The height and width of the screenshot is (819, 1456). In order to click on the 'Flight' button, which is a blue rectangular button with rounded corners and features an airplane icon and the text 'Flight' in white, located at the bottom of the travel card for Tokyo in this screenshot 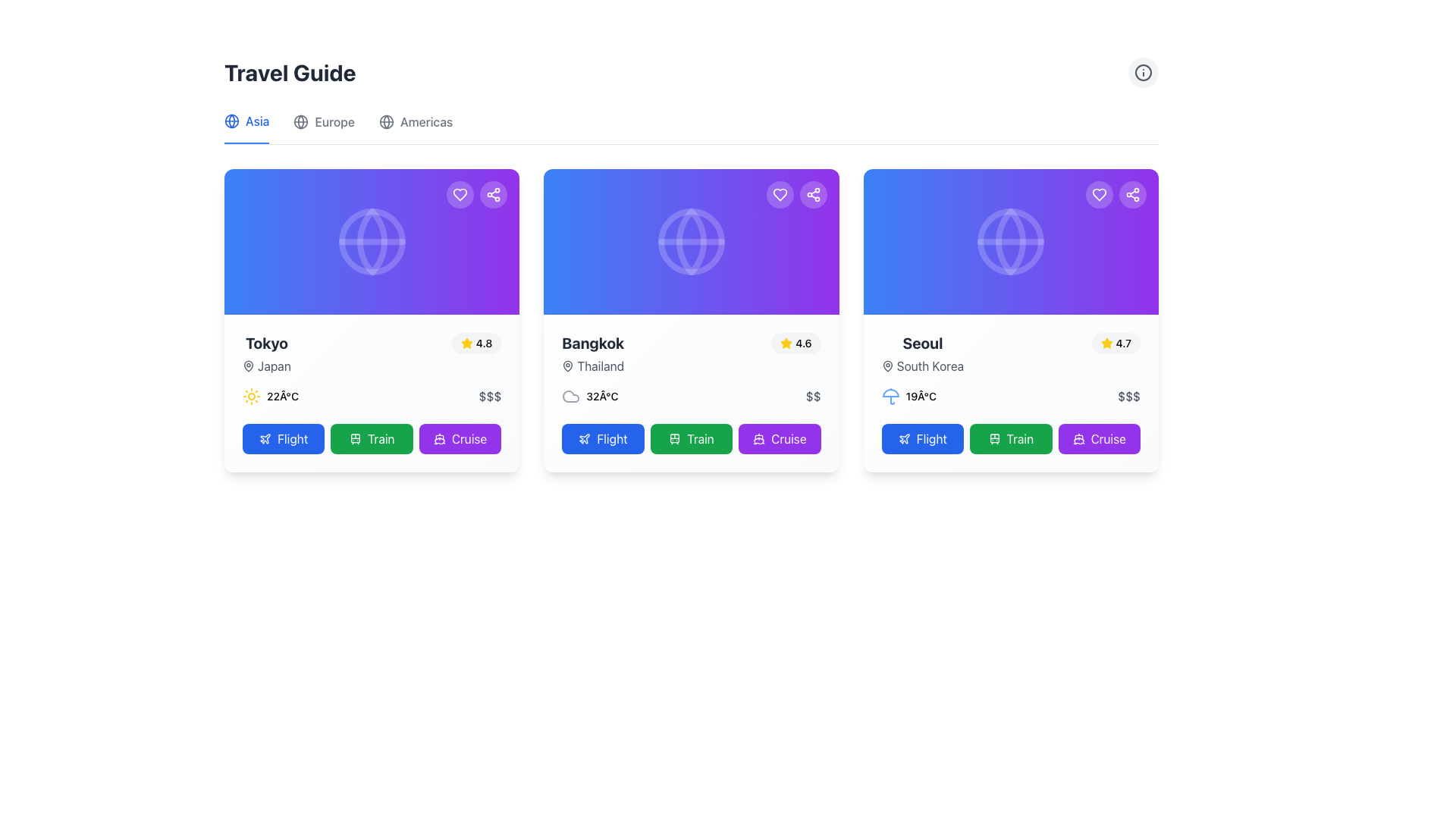, I will do `click(284, 438)`.